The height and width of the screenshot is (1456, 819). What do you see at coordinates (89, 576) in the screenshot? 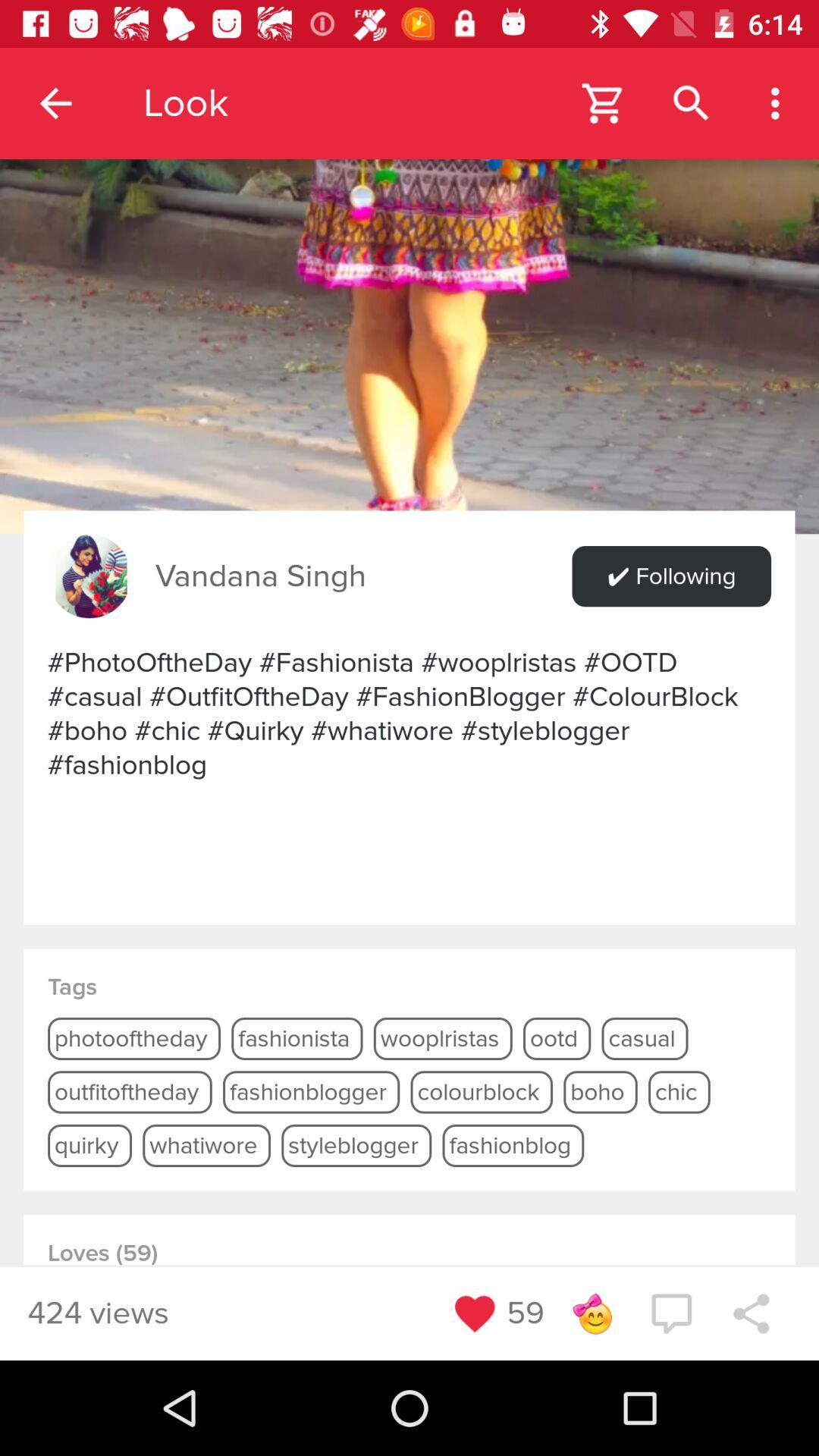
I see `profile` at bounding box center [89, 576].